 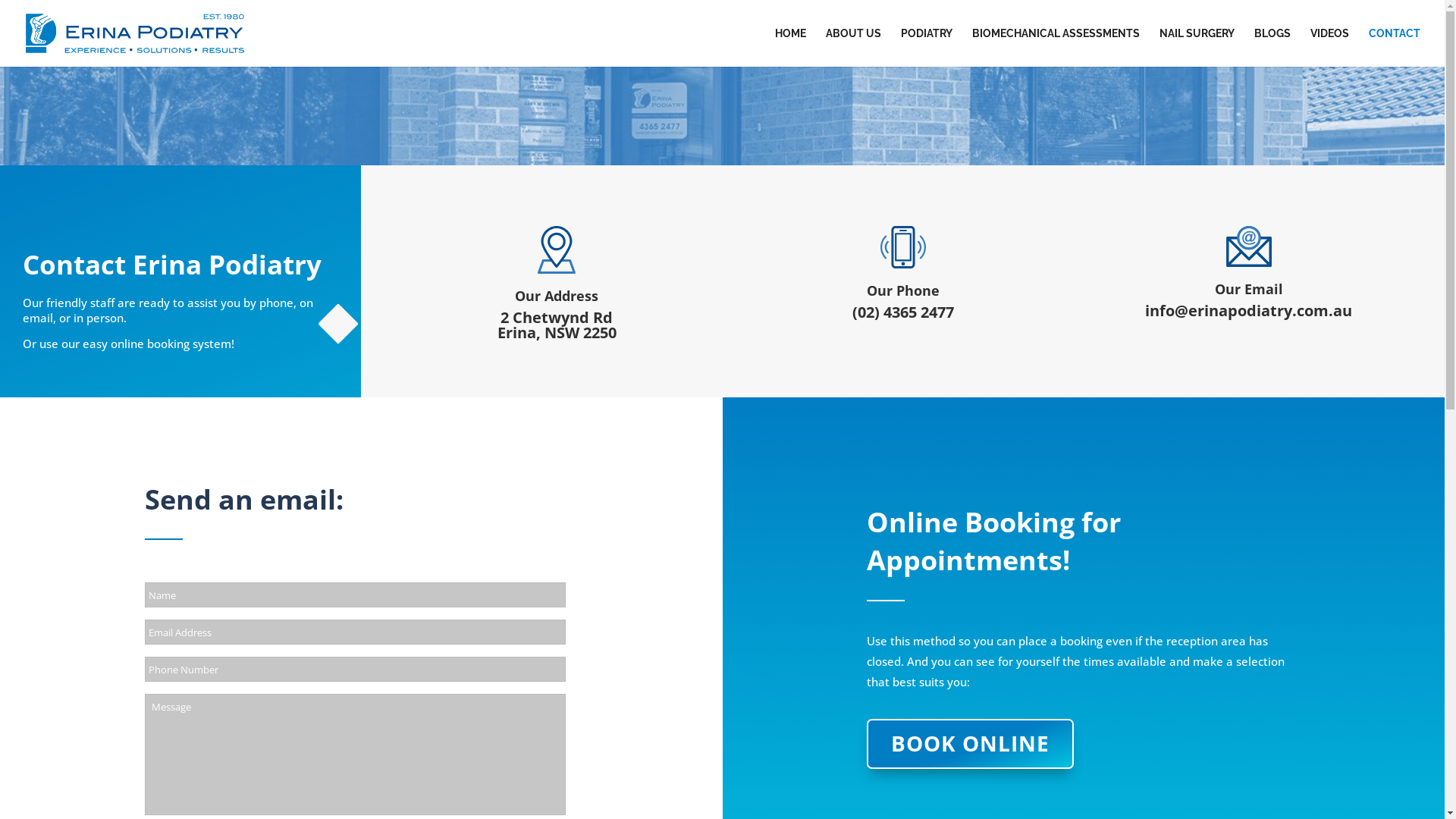 I want to click on 'HOME', so click(x=789, y=46).